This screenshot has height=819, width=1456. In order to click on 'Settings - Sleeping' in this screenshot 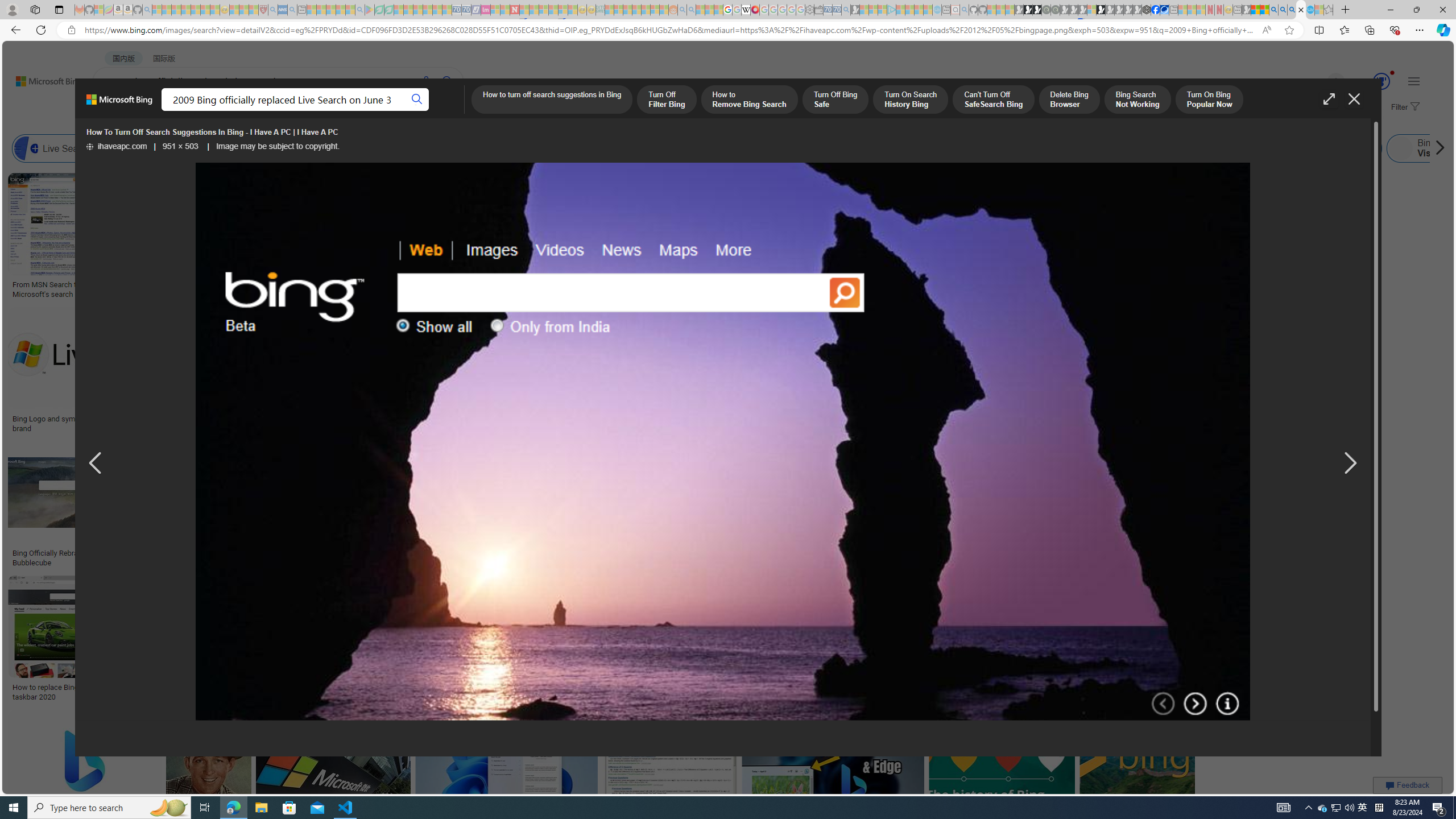, I will do `click(809, 9)`.